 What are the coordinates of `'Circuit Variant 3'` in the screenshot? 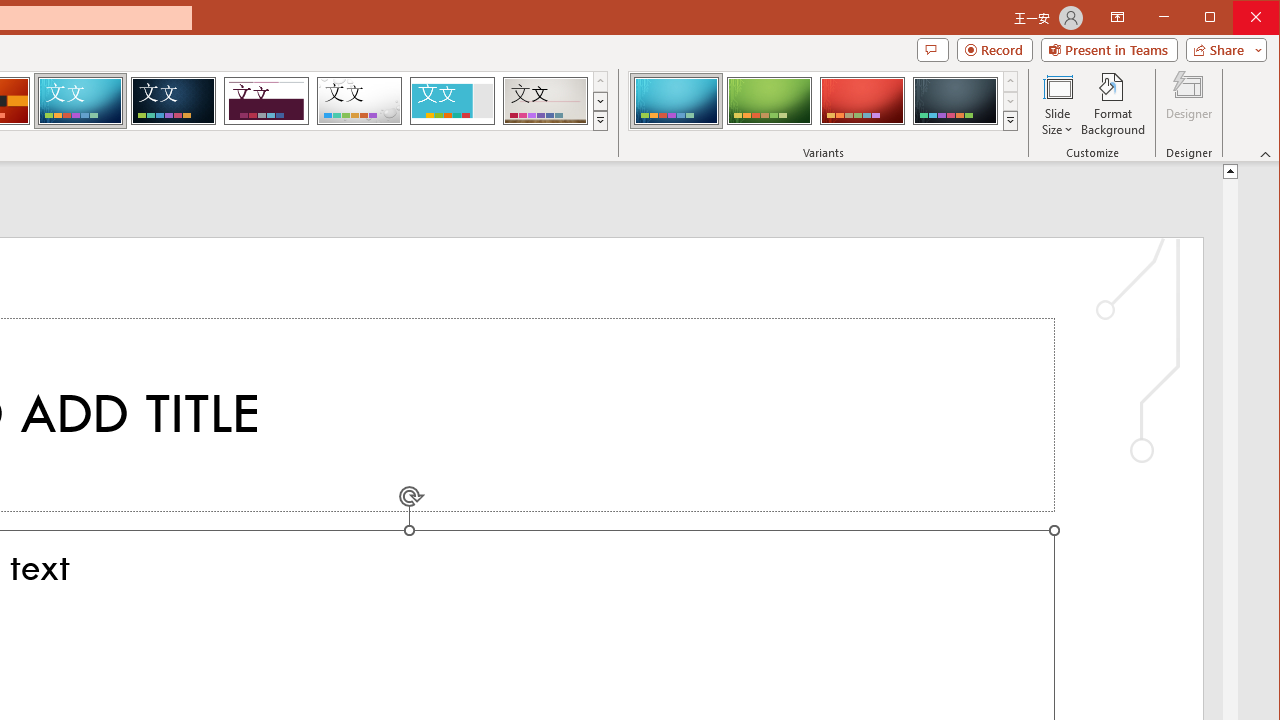 It's located at (862, 100).